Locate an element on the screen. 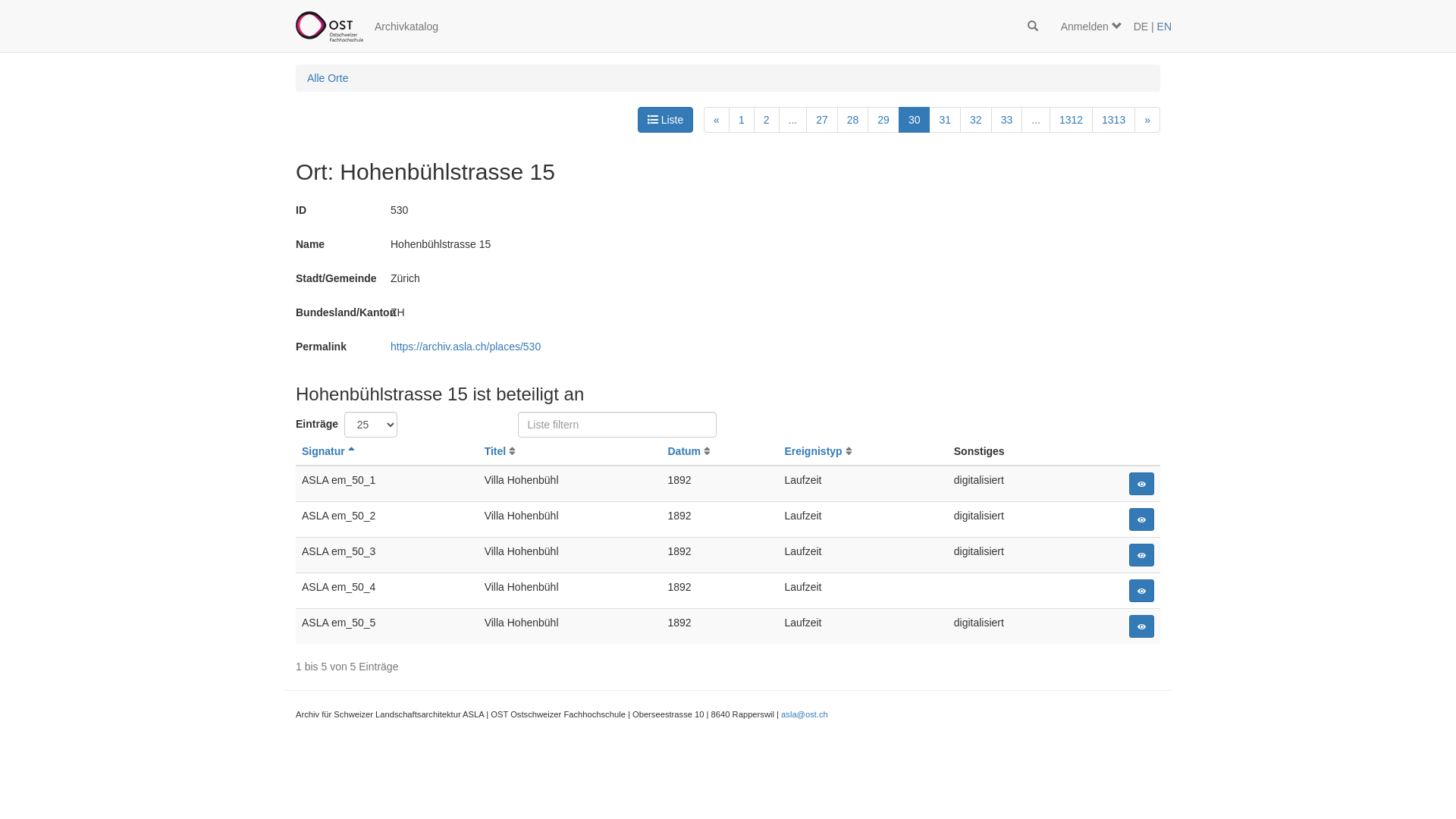  '2' is located at coordinates (767, 119).